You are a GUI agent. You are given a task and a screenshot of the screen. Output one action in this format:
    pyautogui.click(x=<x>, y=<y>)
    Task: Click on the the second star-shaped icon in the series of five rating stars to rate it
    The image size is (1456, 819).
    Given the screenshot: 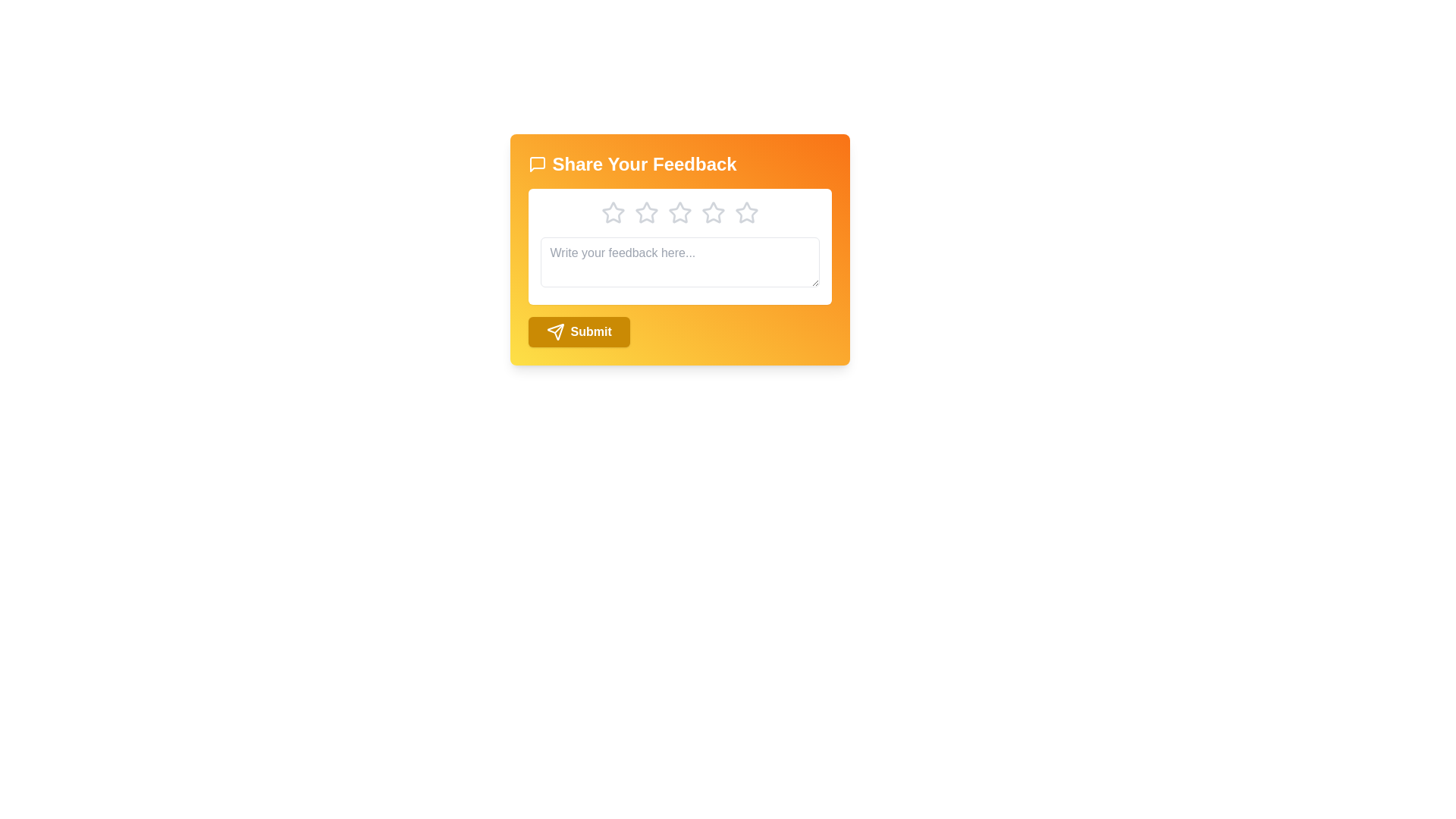 What is the action you would take?
    pyautogui.click(x=646, y=212)
    